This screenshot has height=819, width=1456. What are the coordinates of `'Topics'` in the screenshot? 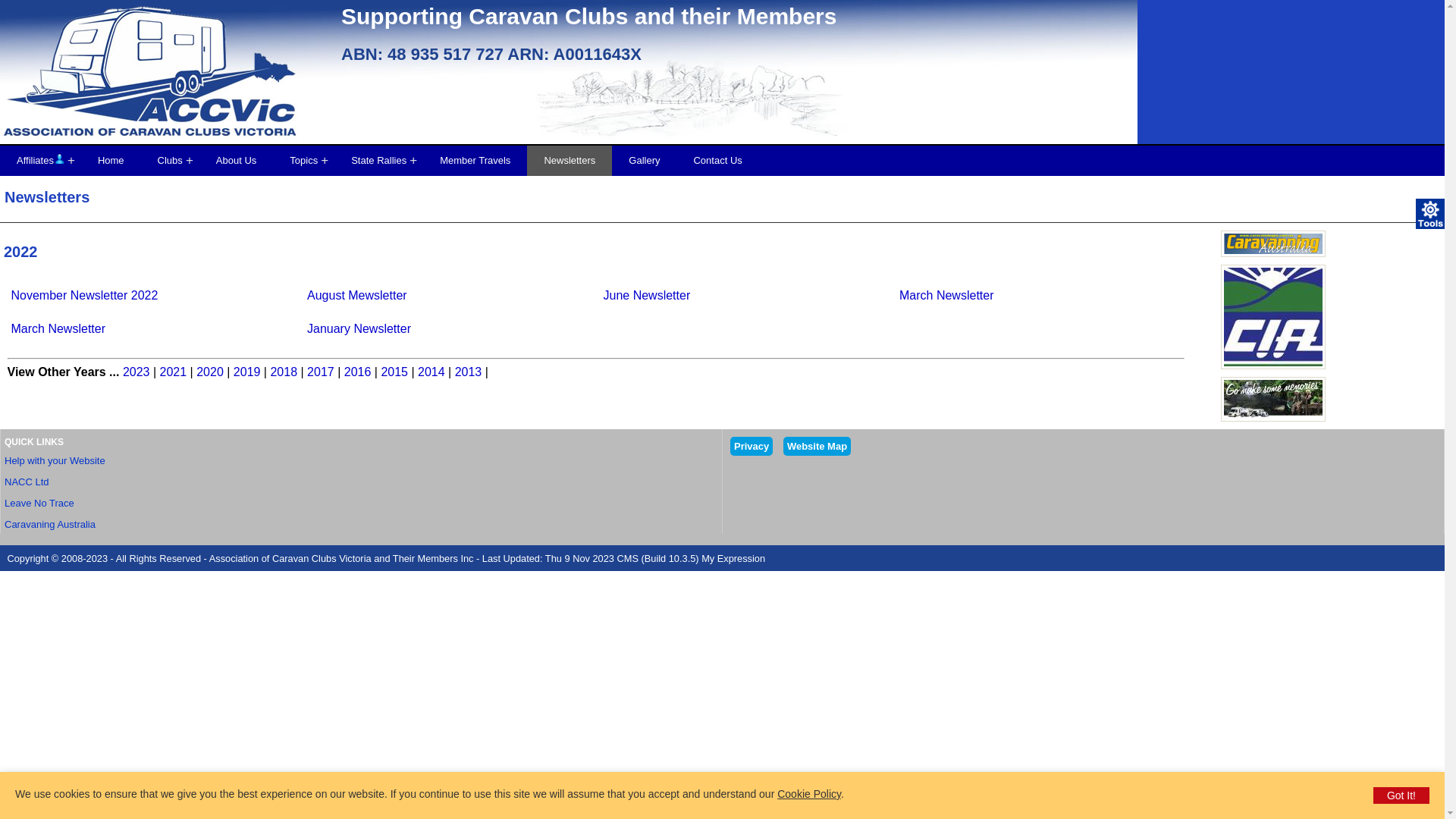 It's located at (303, 161).